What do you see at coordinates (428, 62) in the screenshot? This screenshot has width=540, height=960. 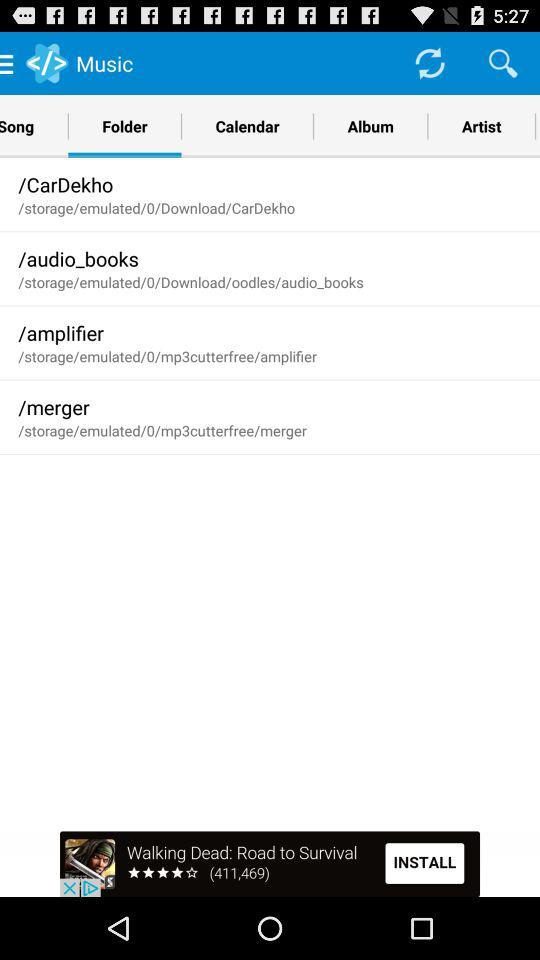 I see `shows refresh option` at bounding box center [428, 62].